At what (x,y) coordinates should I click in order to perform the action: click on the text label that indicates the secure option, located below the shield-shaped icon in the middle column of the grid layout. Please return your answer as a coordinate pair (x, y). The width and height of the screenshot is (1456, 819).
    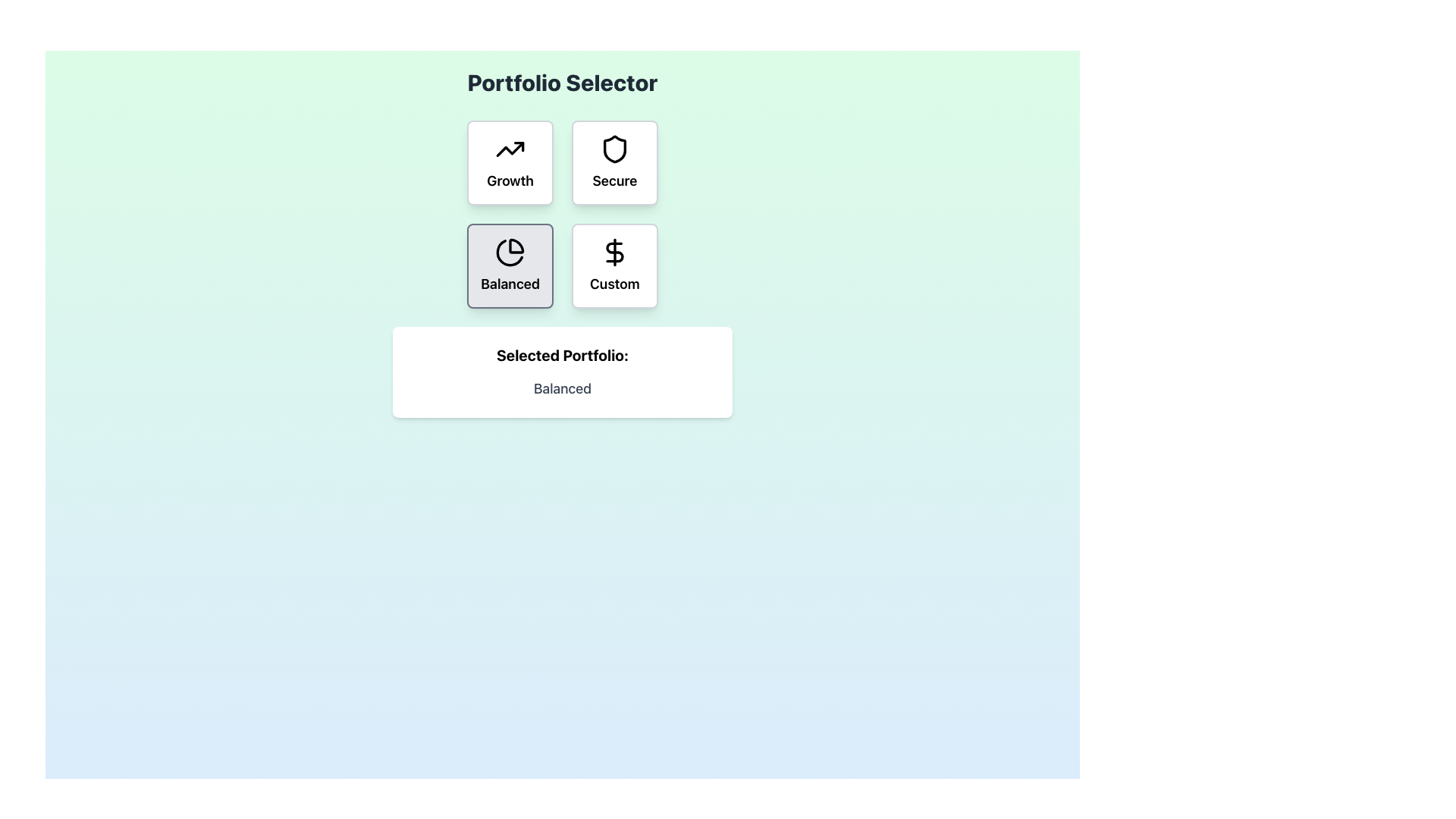
    Looking at the image, I should click on (614, 180).